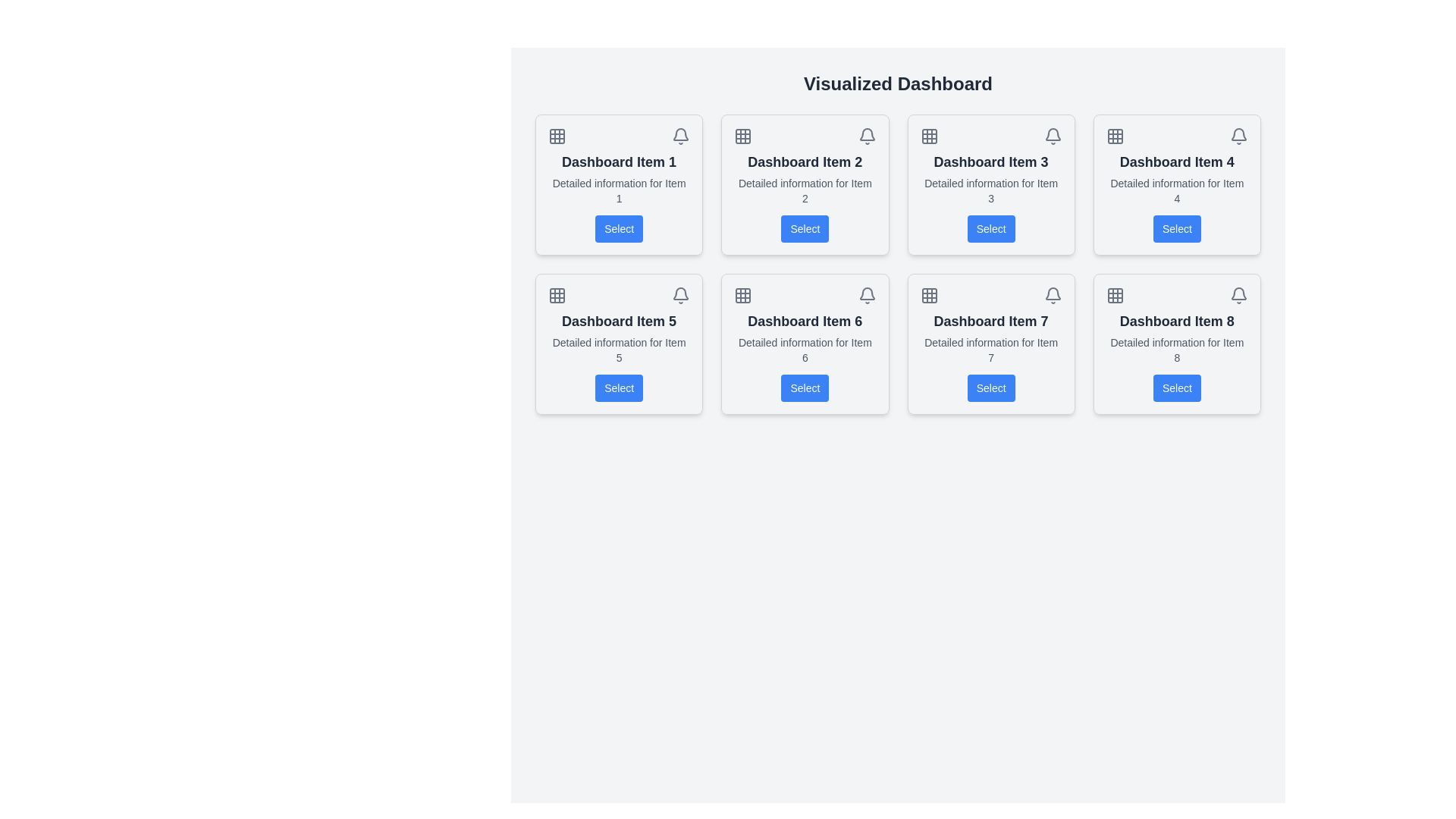 Image resolution: width=1456 pixels, height=819 pixels. I want to click on the individual icons located in the horizontal row layout at the top section of the card labeled 'Dashboard Item 3', so click(990, 136).